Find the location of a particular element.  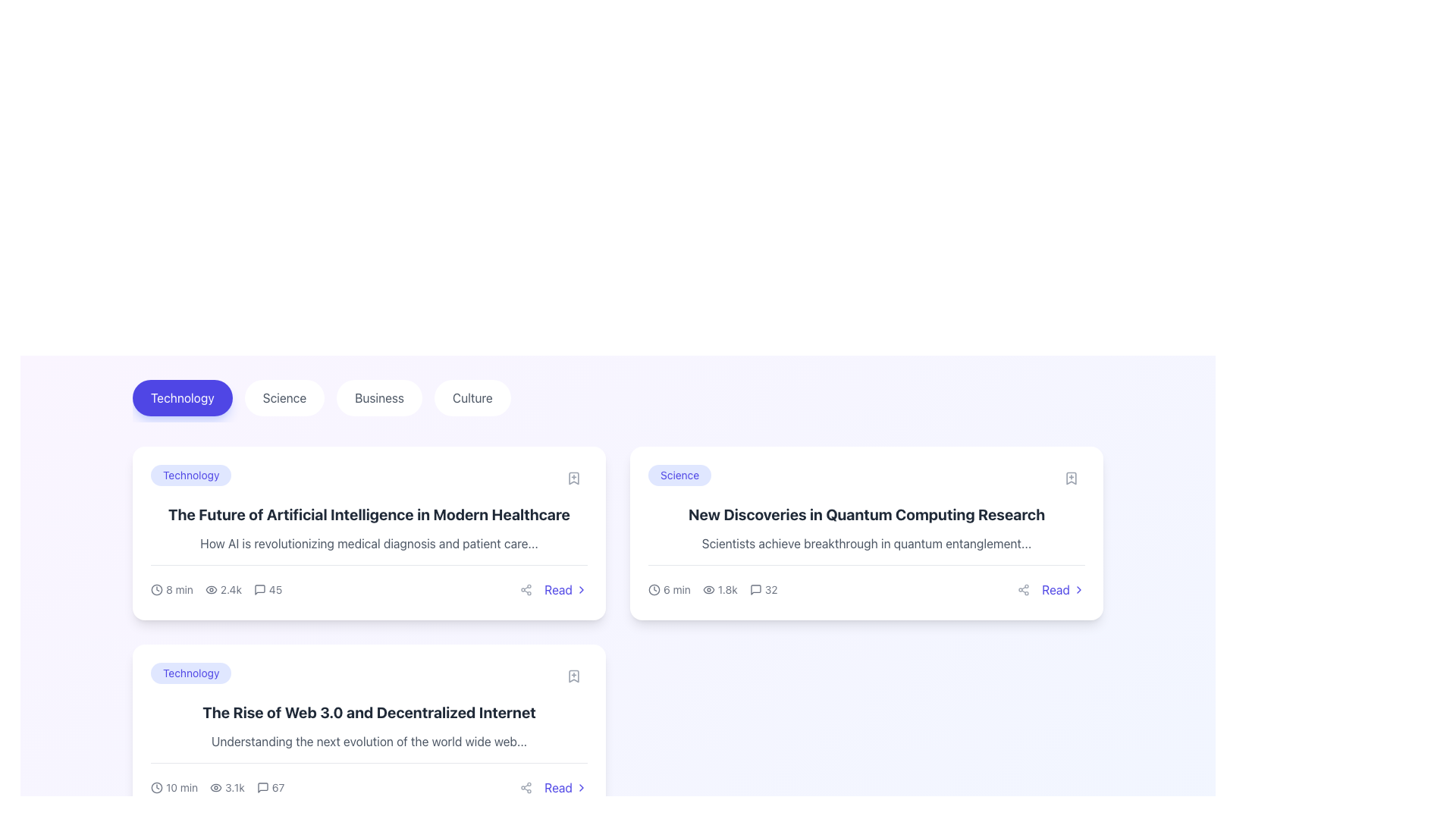

the button located at the bottom-right corner of the article card for 'The Future of Artificial Intelligence in Modern Healthcare' to trigger a style change is located at coordinates (550, 589).